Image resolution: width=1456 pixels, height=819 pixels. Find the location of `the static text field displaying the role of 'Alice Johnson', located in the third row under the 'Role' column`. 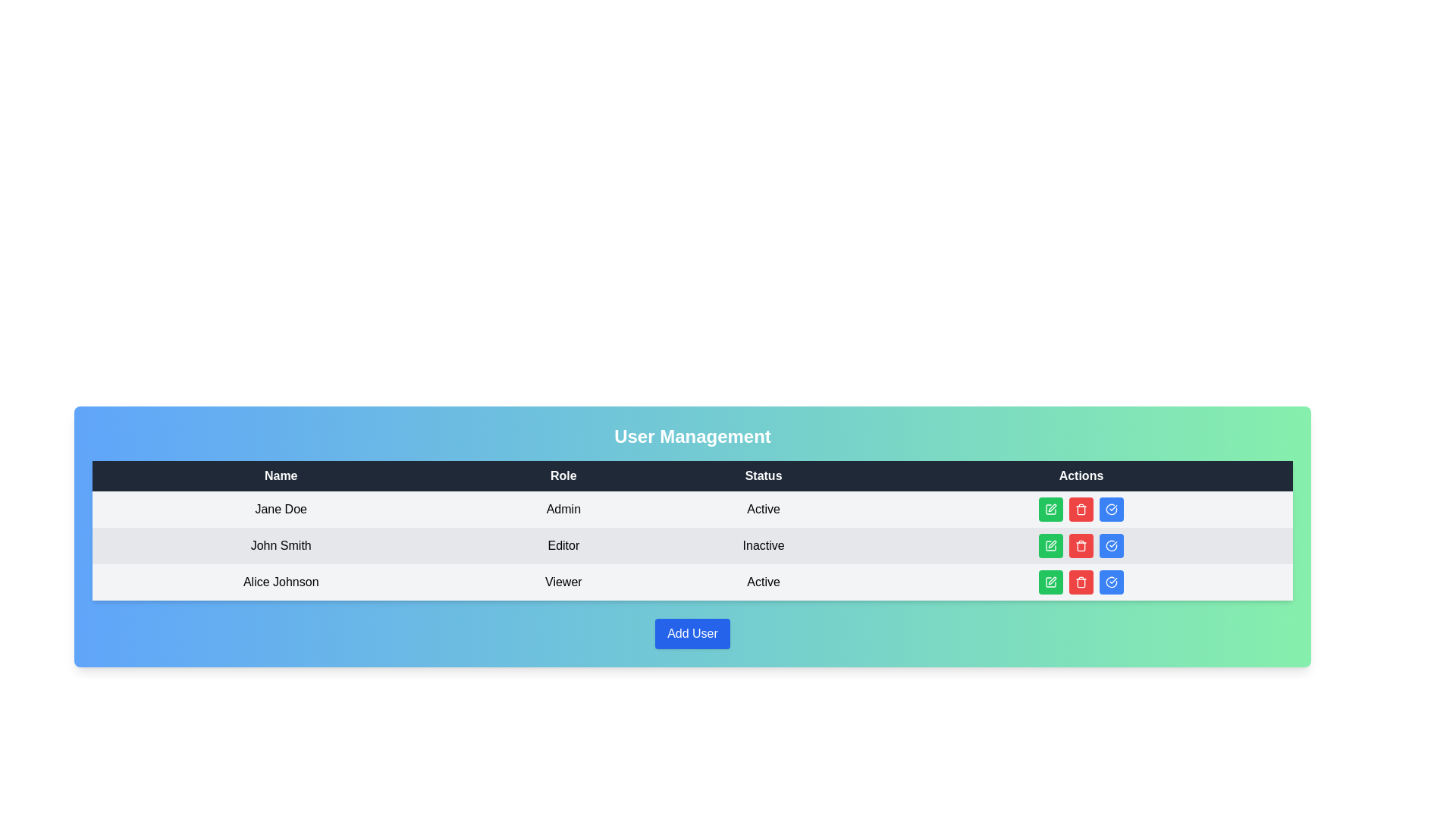

the static text field displaying the role of 'Alice Johnson', located in the third row under the 'Role' column is located at coordinates (563, 581).